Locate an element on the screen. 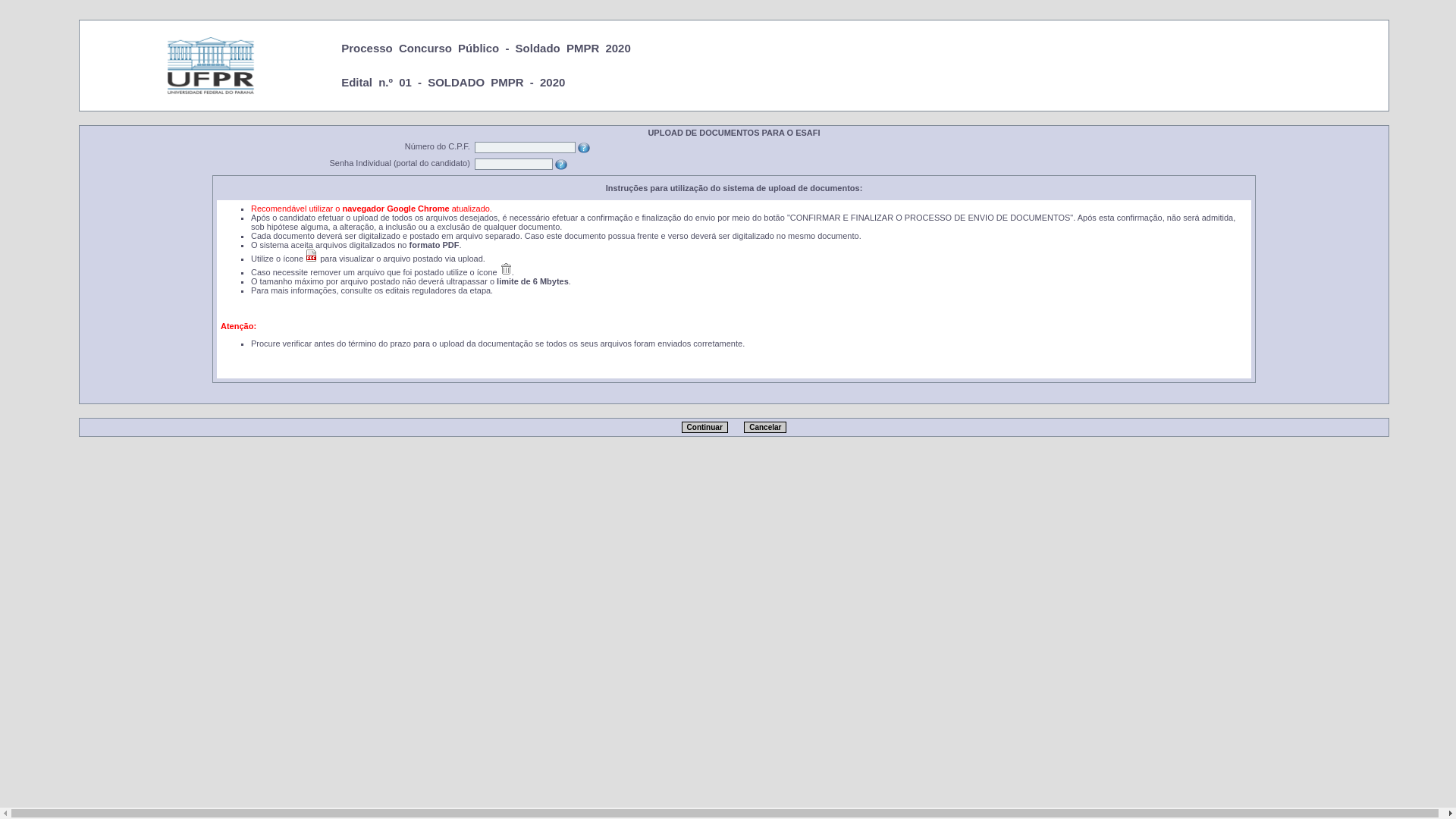  'Cancelar' is located at coordinates (743, 427).